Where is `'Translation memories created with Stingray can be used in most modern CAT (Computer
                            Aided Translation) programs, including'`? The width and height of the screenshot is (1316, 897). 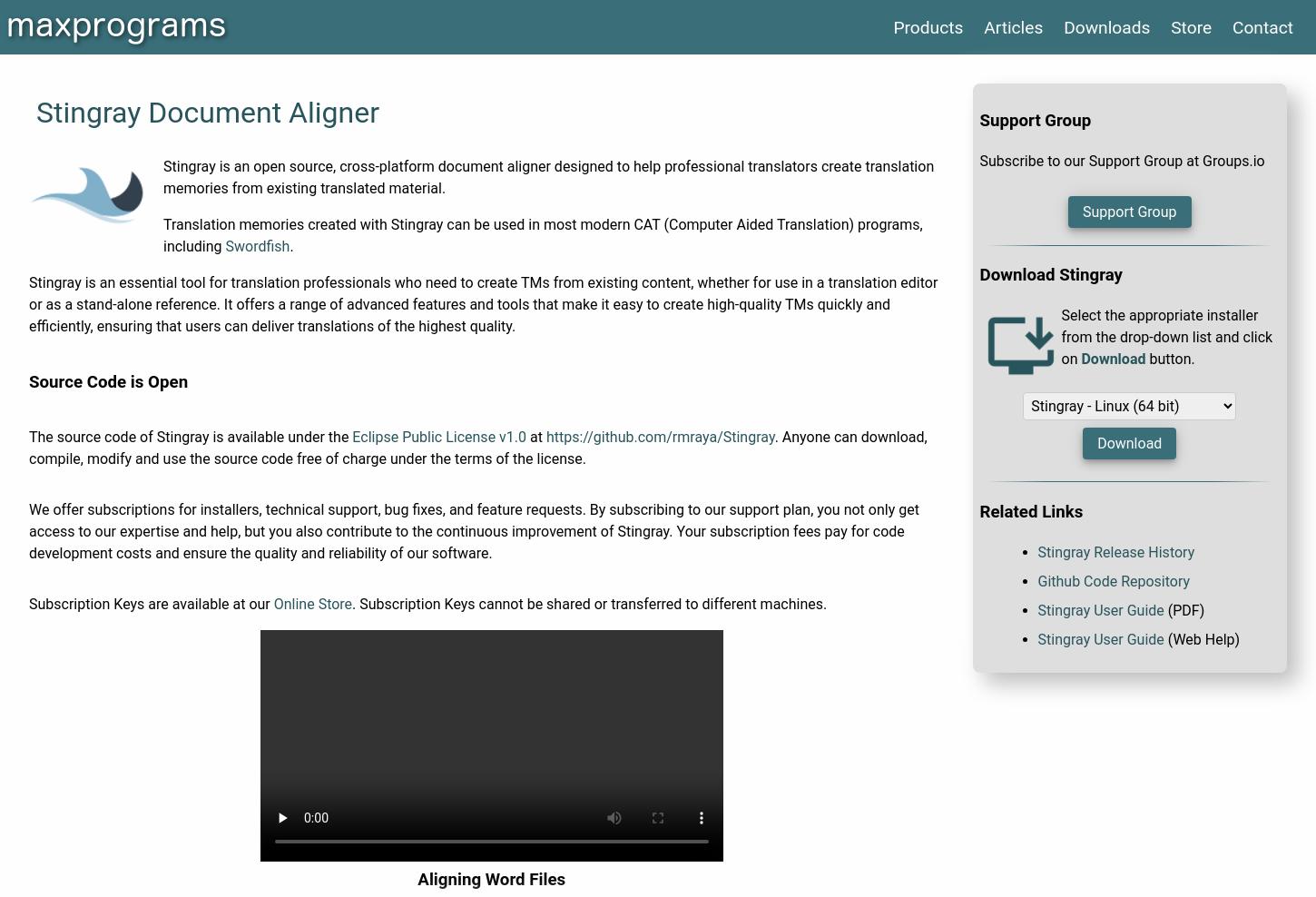 'Translation memories created with Stingray can be used in most modern CAT (Computer
                            Aided Translation) programs, including' is located at coordinates (542, 234).